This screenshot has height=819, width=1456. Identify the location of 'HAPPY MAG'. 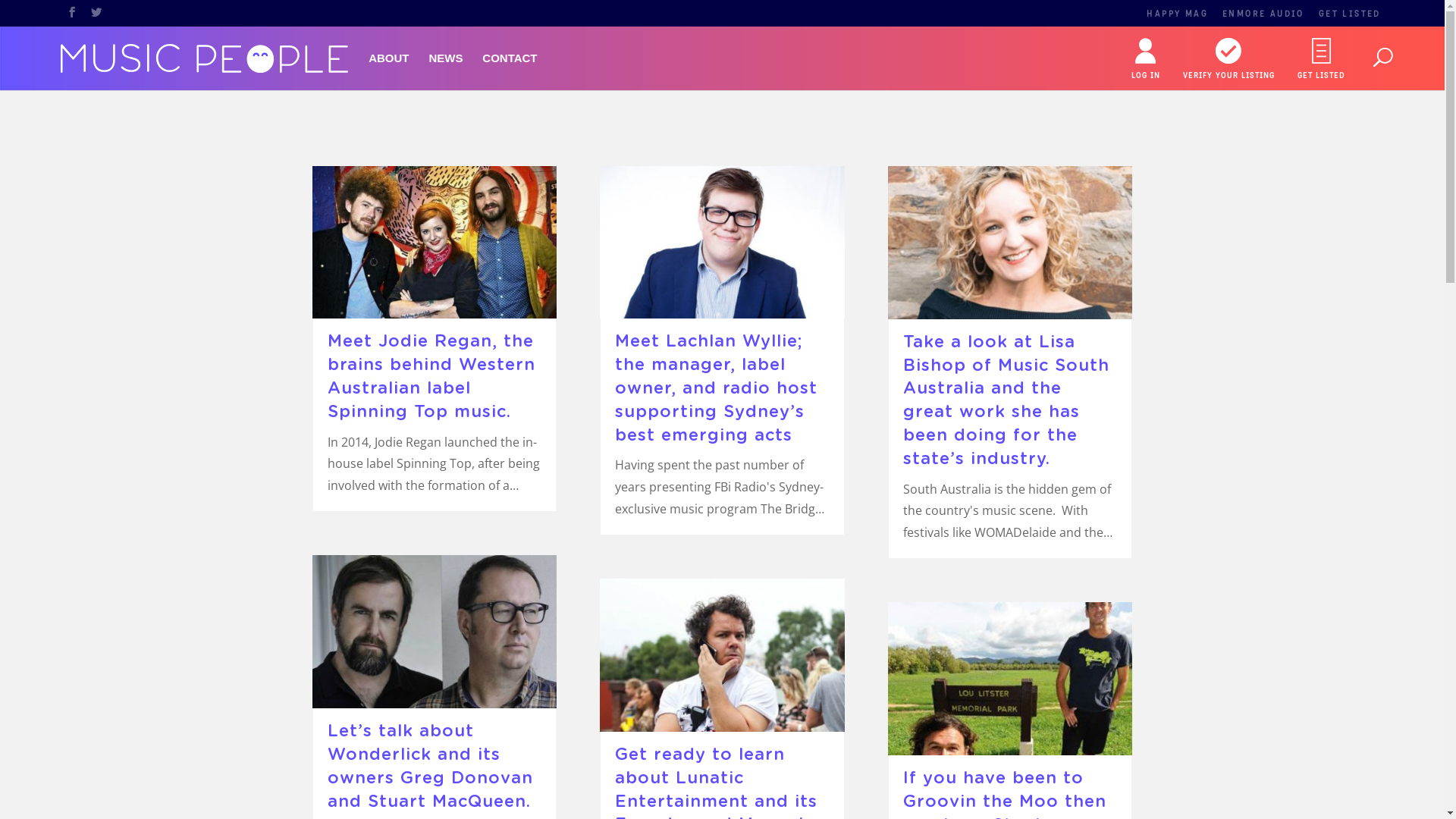
(1176, 14).